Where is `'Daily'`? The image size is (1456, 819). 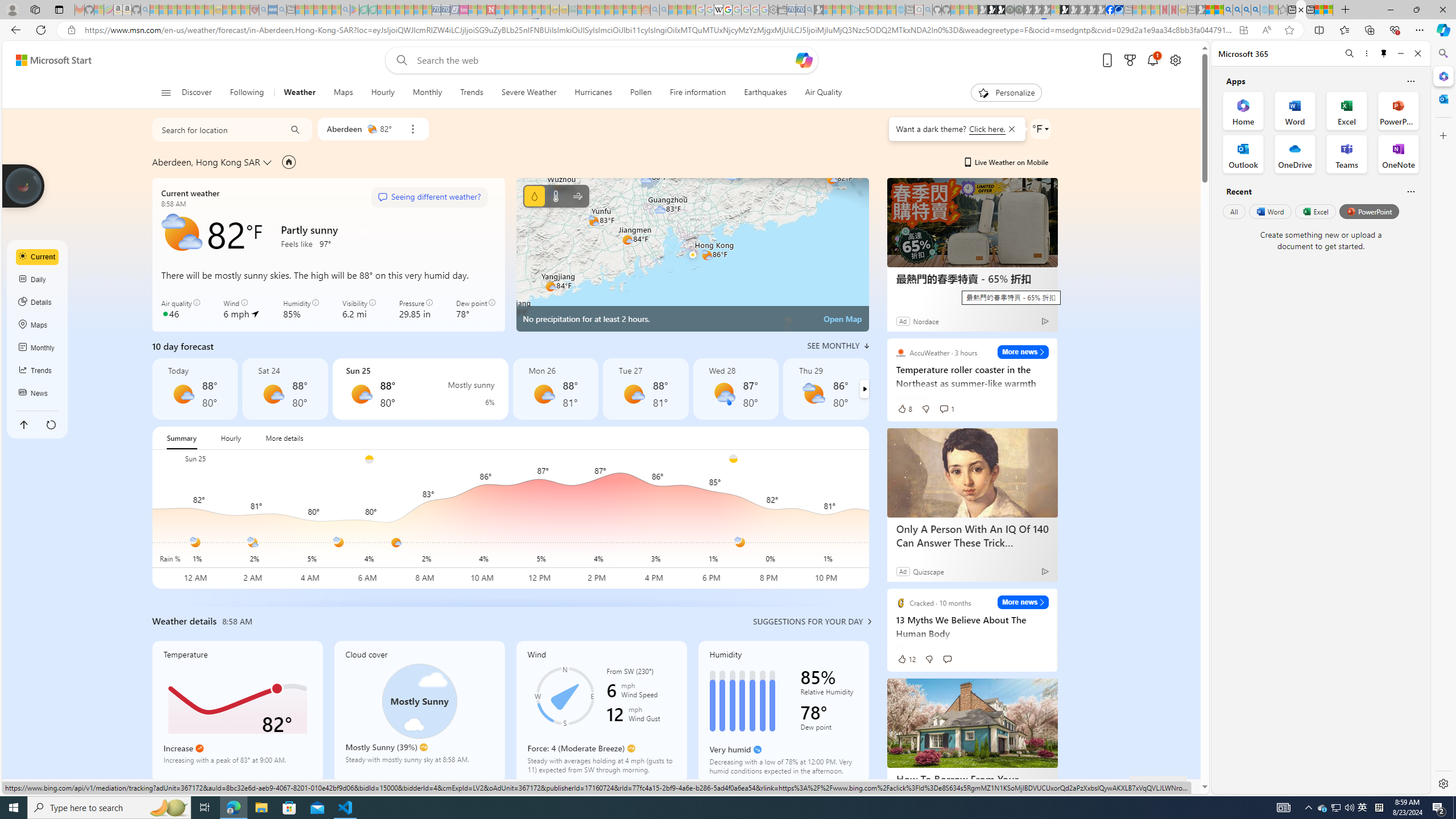 'Daily' is located at coordinates (37, 279).